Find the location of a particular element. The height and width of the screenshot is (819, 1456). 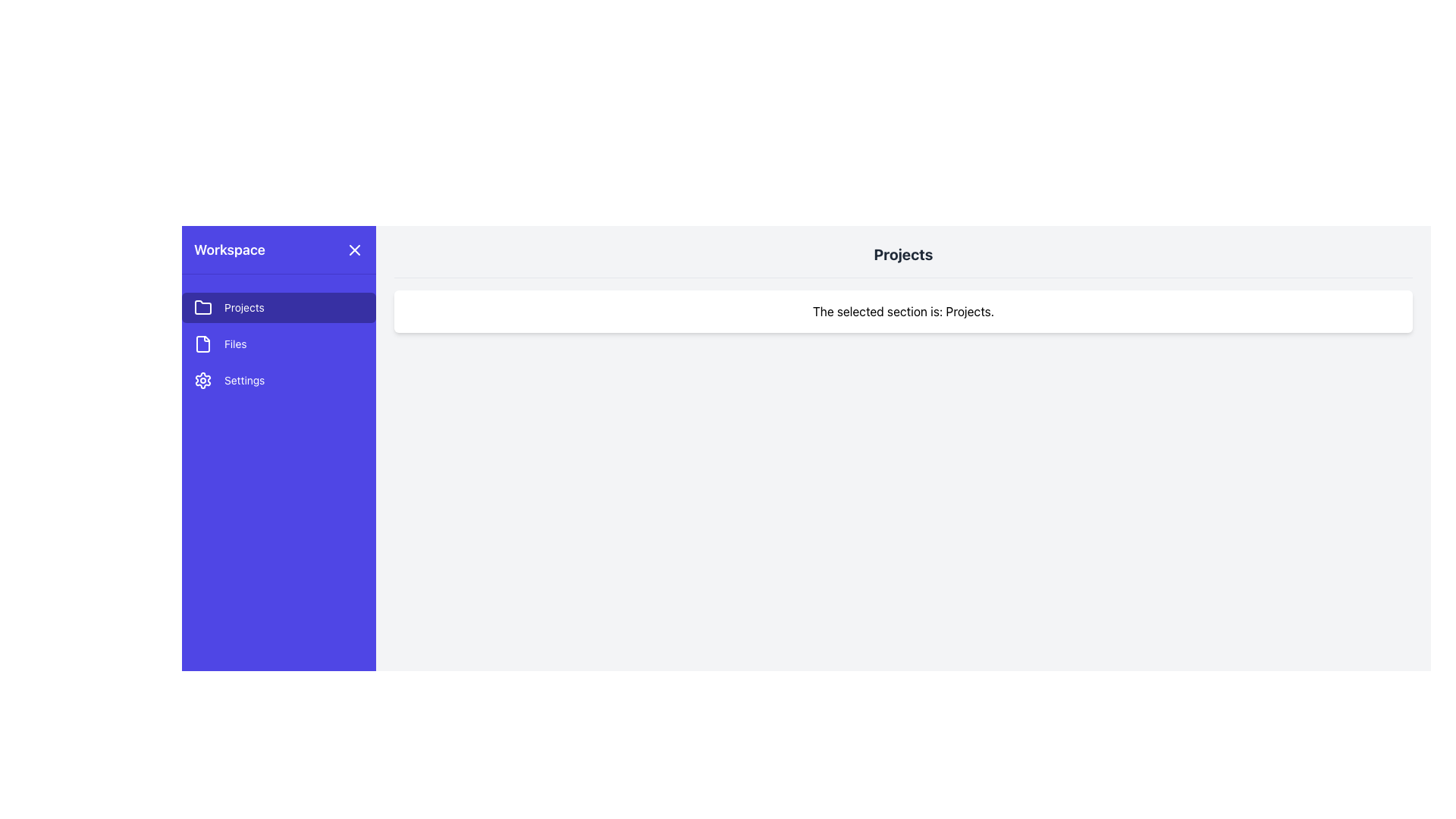

the gear icon representing settings, located in the vertical navigation menu to the left of the text 'Settings' is located at coordinates (202, 379).